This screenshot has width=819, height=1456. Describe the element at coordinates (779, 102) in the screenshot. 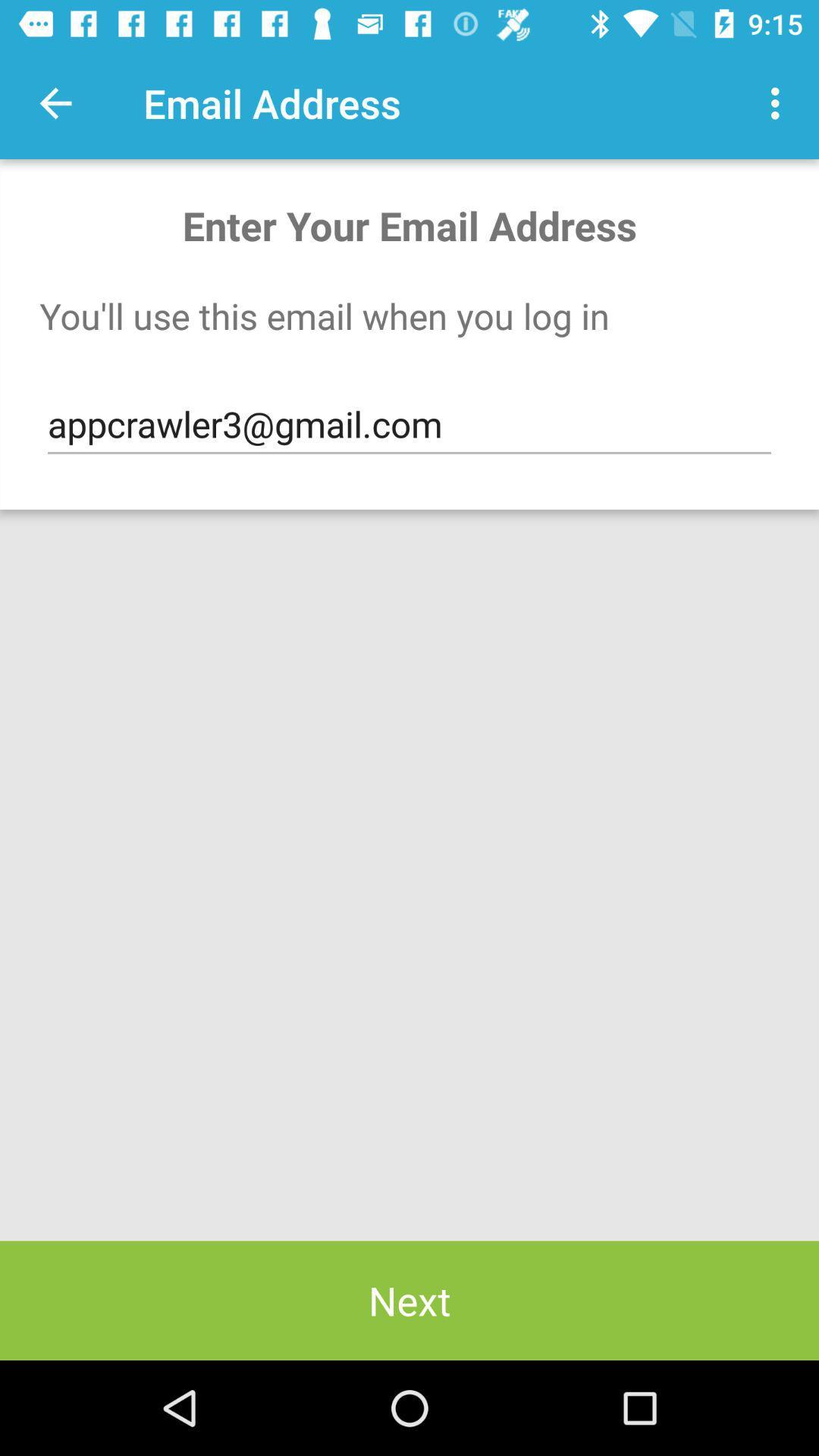

I see `the item at the top right corner` at that location.